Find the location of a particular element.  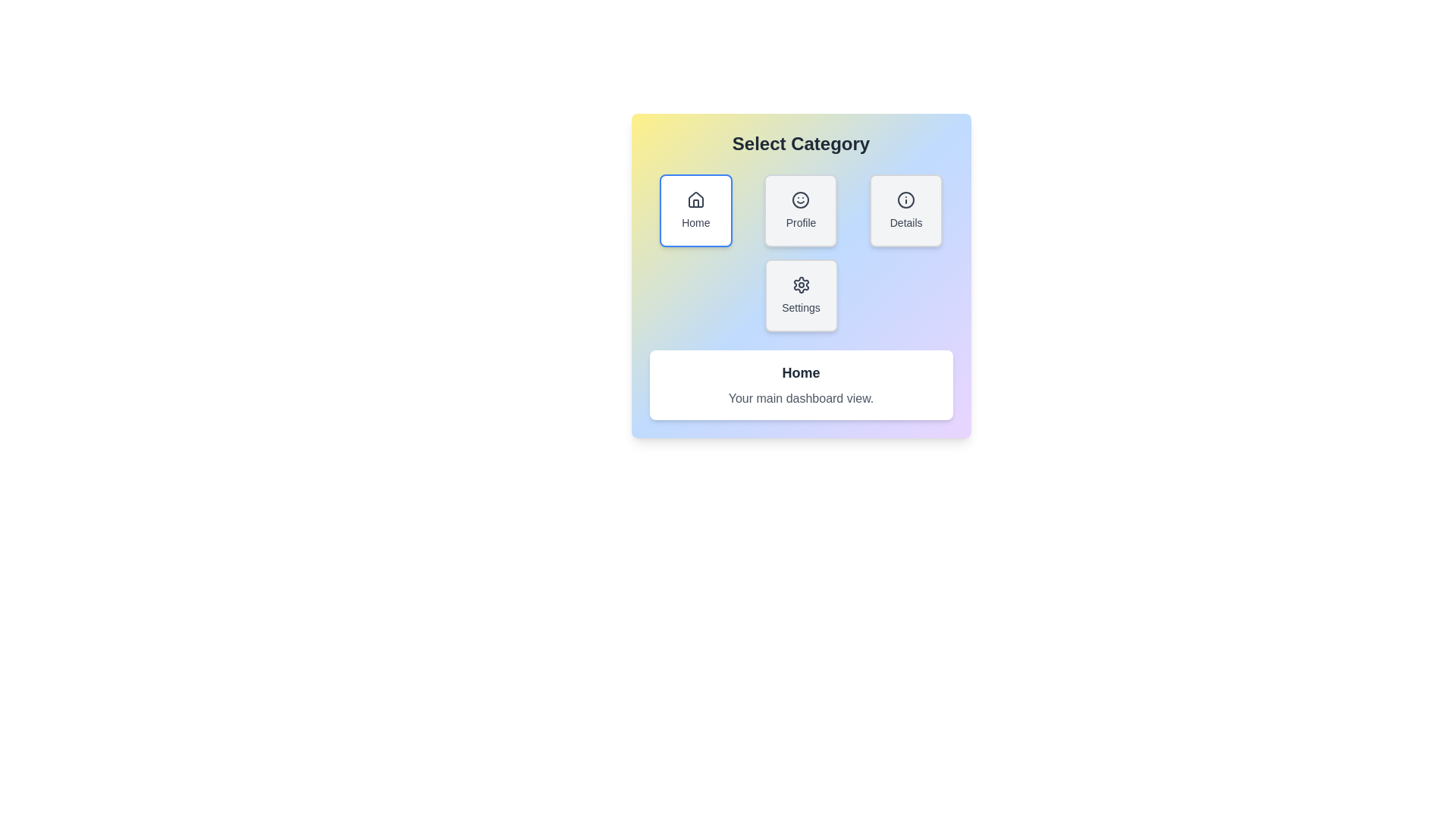

the 'Details' button located in the 'Select Category' section, which is a rectangular button with a rounded border and an information icon above the text is located at coordinates (906, 210).